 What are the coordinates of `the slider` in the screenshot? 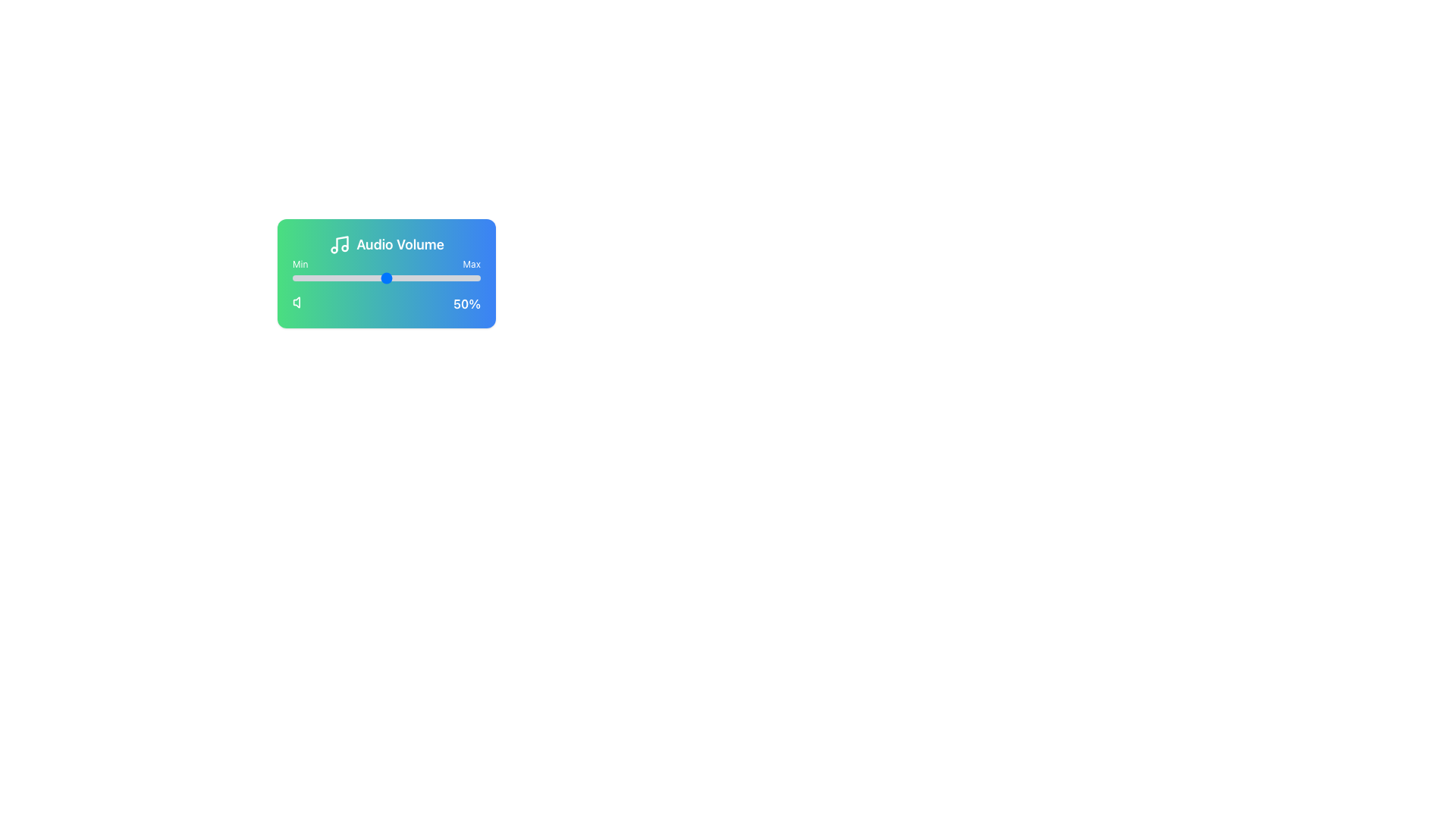 It's located at (318, 278).